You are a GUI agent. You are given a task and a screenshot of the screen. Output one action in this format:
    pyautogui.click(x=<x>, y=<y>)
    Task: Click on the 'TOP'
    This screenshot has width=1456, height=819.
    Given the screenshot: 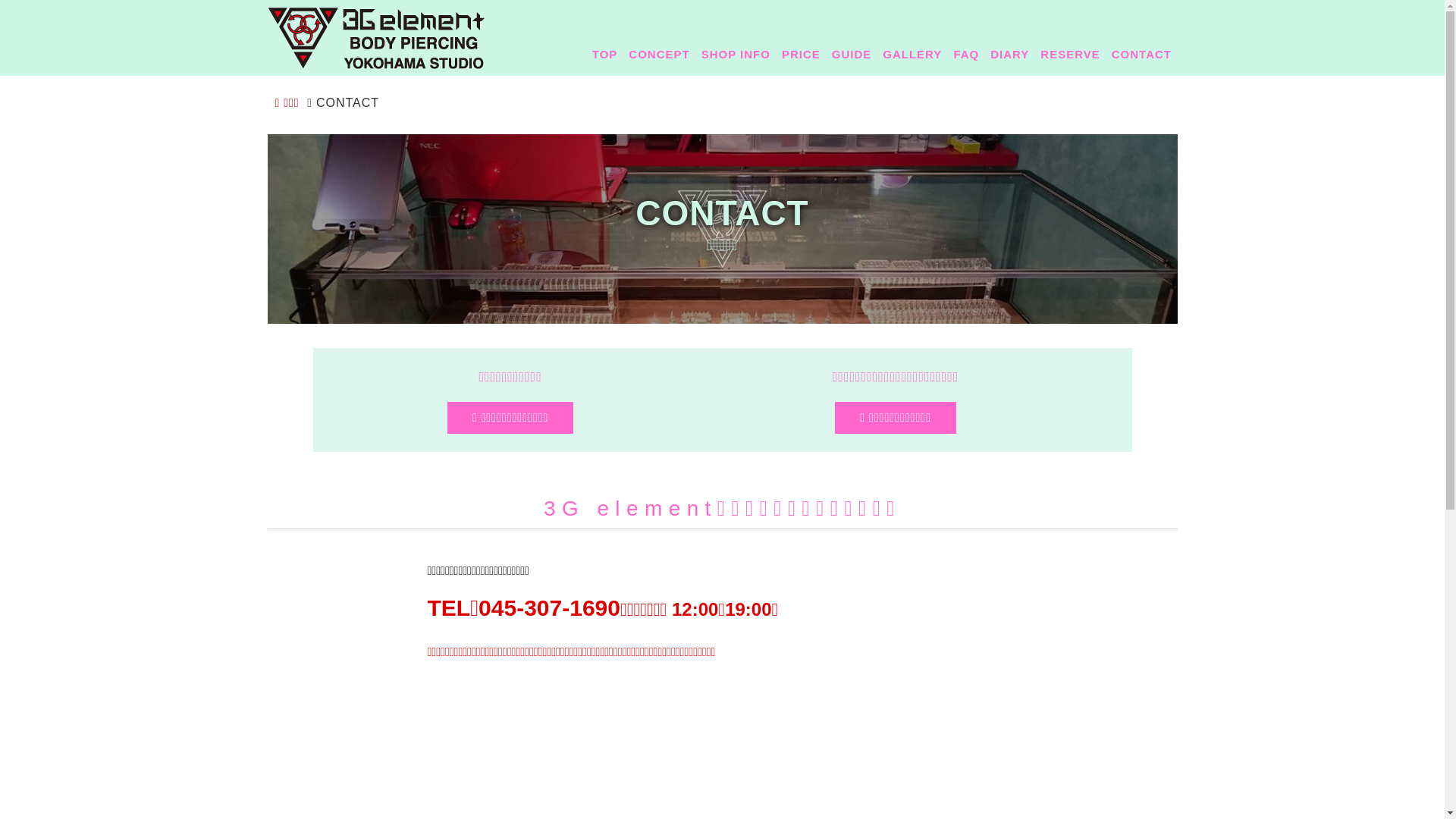 What is the action you would take?
    pyautogui.click(x=604, y=52)
    